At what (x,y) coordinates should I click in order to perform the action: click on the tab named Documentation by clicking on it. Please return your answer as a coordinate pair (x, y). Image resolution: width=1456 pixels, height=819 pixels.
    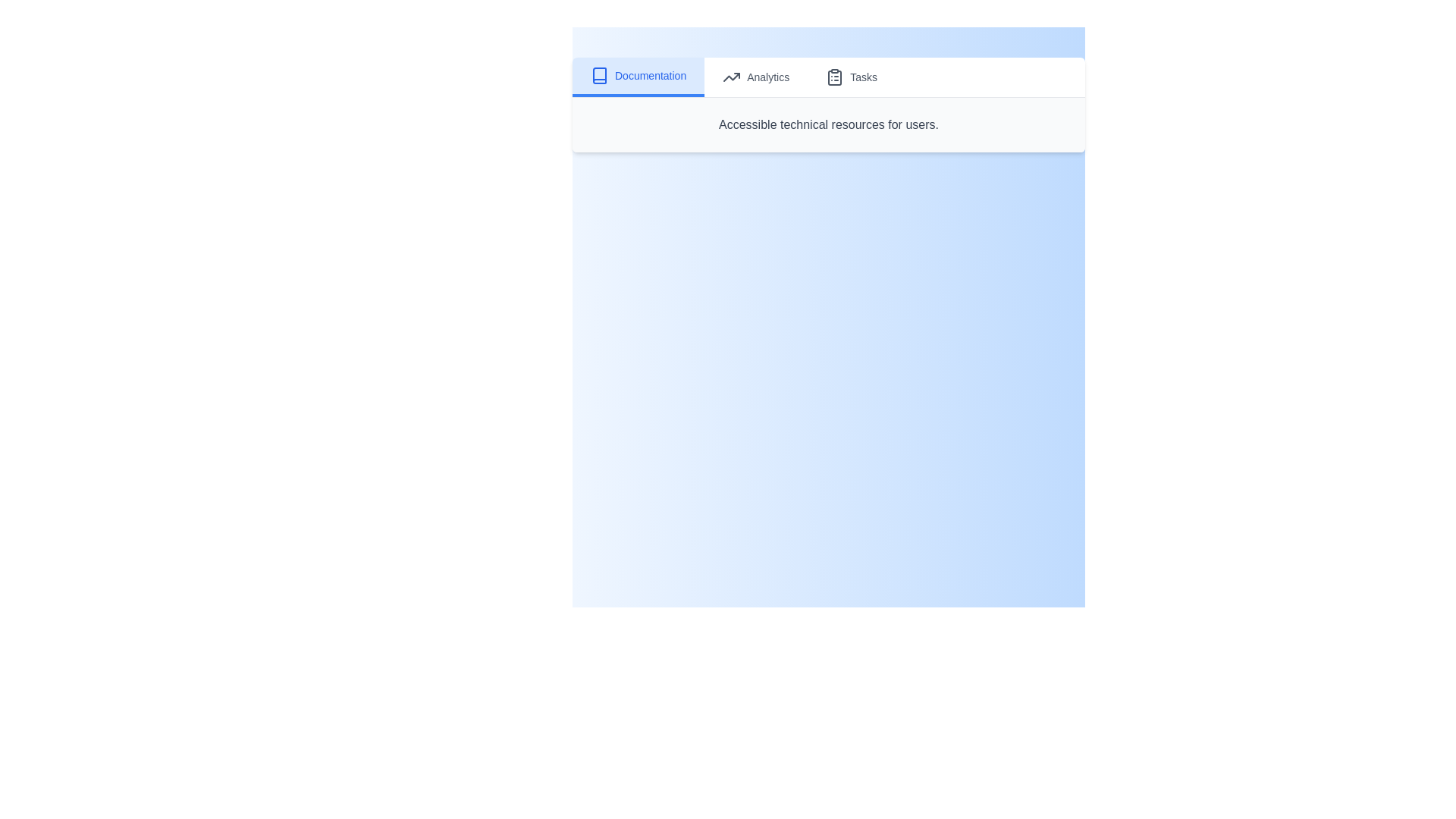
    Looking at the image, I should click on (638, 77).